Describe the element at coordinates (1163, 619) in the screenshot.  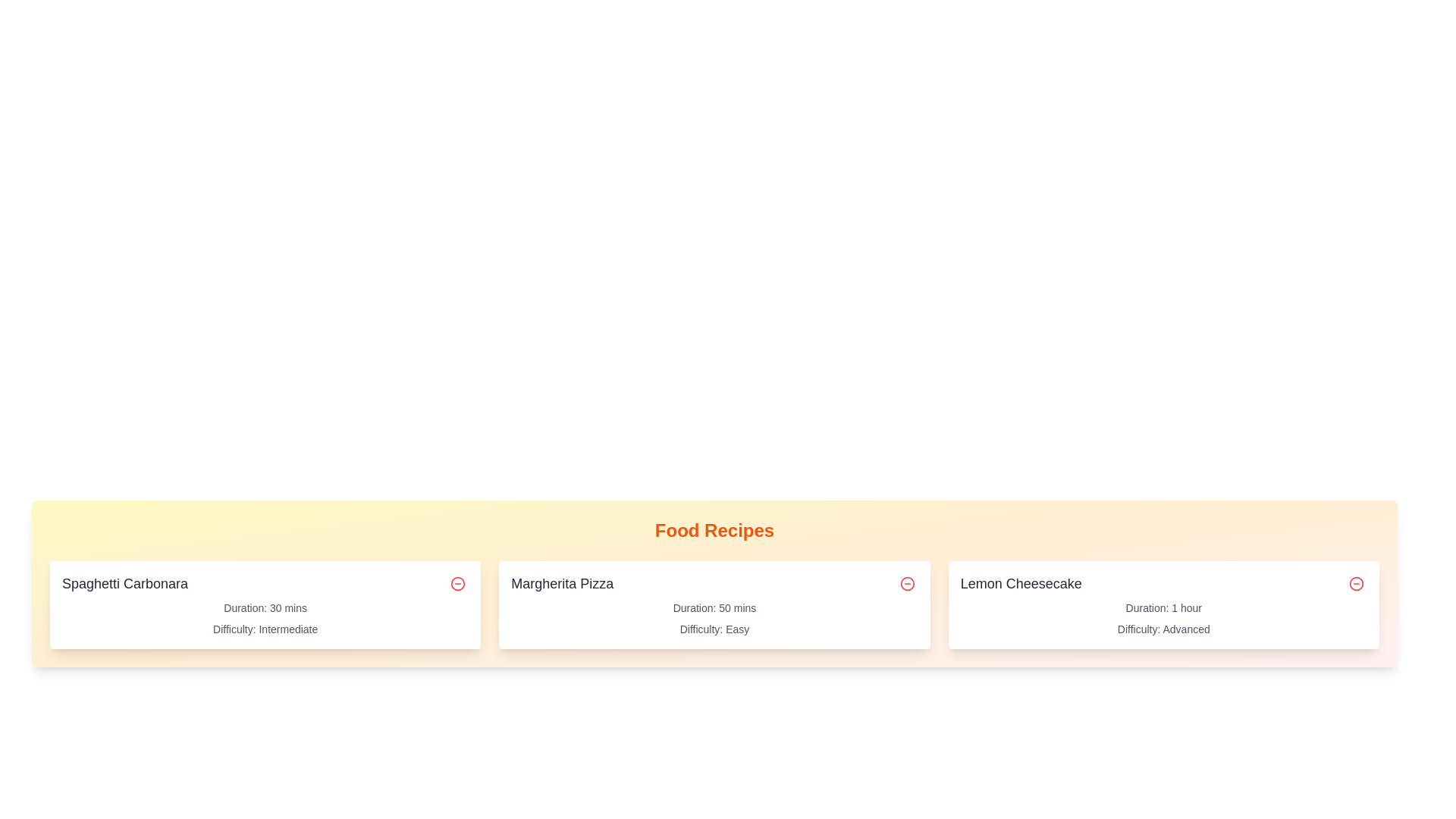
I see `the text element displaying 'Duration: 1 hour' and 'Difficulty: Advanced' located within the 'Lemon Cheesecake' card, below its title` at that location.